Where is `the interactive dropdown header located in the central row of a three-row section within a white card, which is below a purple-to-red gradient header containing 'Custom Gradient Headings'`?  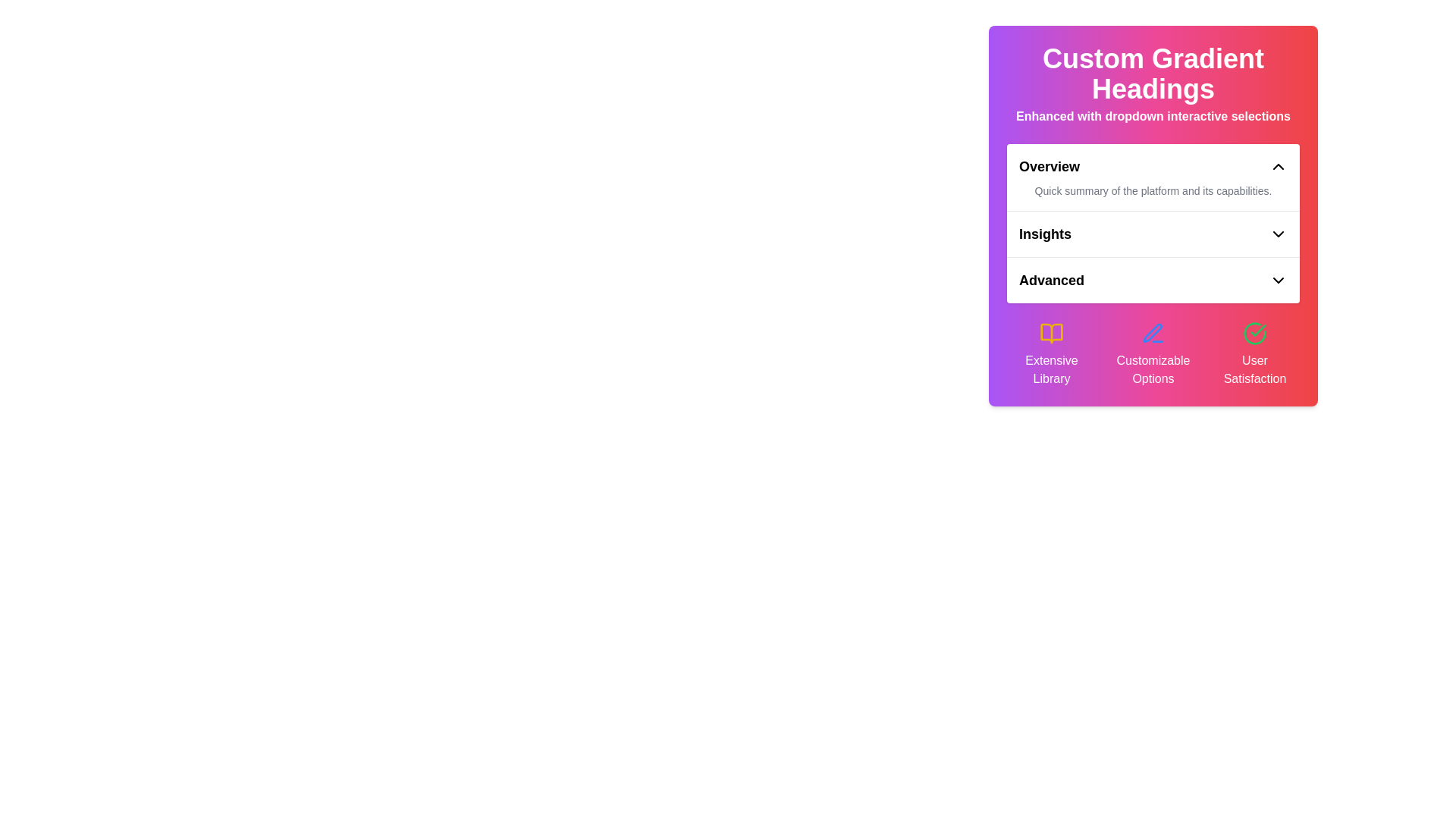 the interactive dropdown header located in the central row of a three-row section within a white card, which is below a purple-to-red gradient header containing 'Custom Gradient Headings' is located at coordinates (1153, 223).